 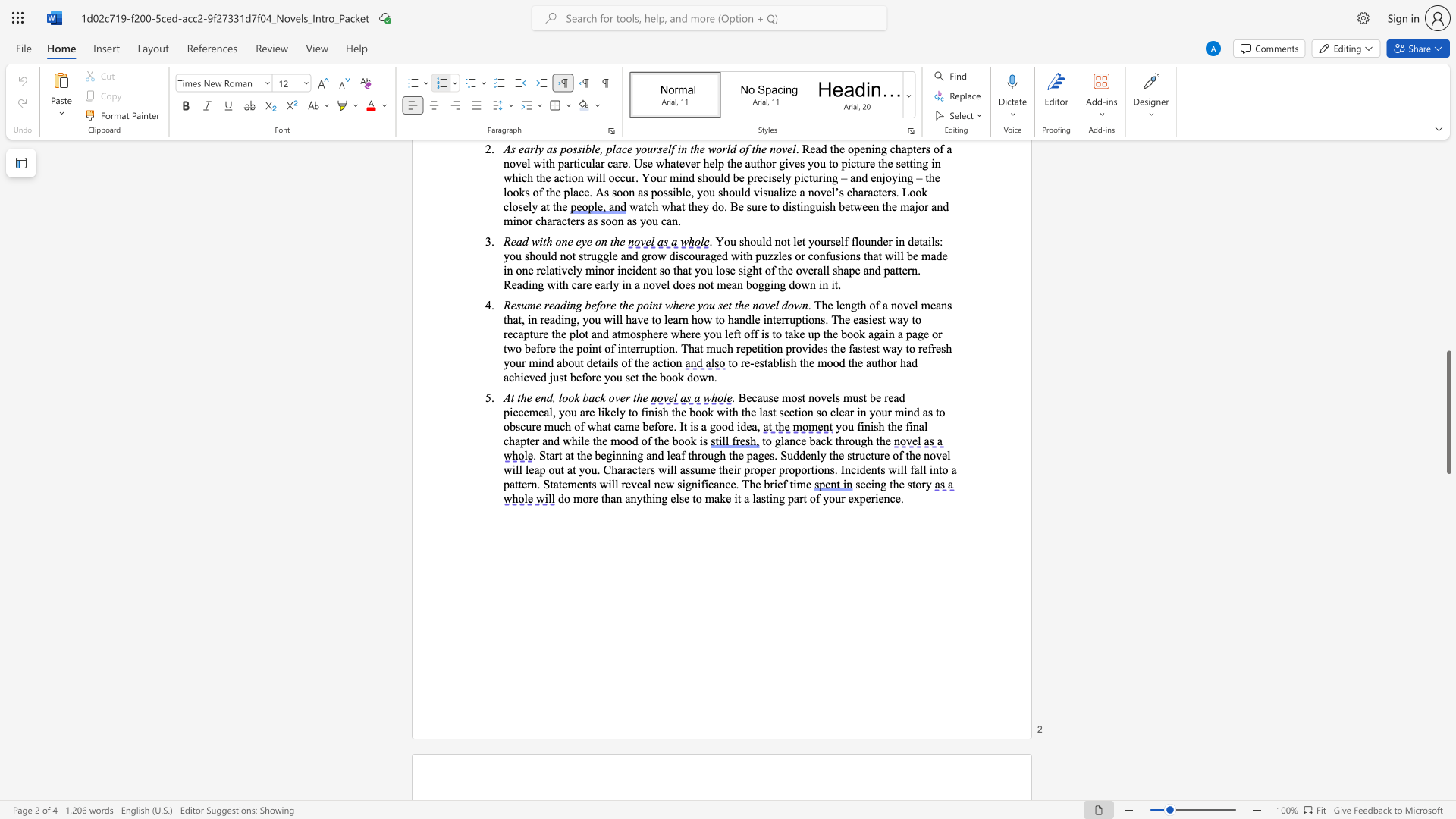 What do you see at coordinates (692, 469) in the screenshot?
I see `the 5th character "s" in the text` at bounding box center [692, 469].